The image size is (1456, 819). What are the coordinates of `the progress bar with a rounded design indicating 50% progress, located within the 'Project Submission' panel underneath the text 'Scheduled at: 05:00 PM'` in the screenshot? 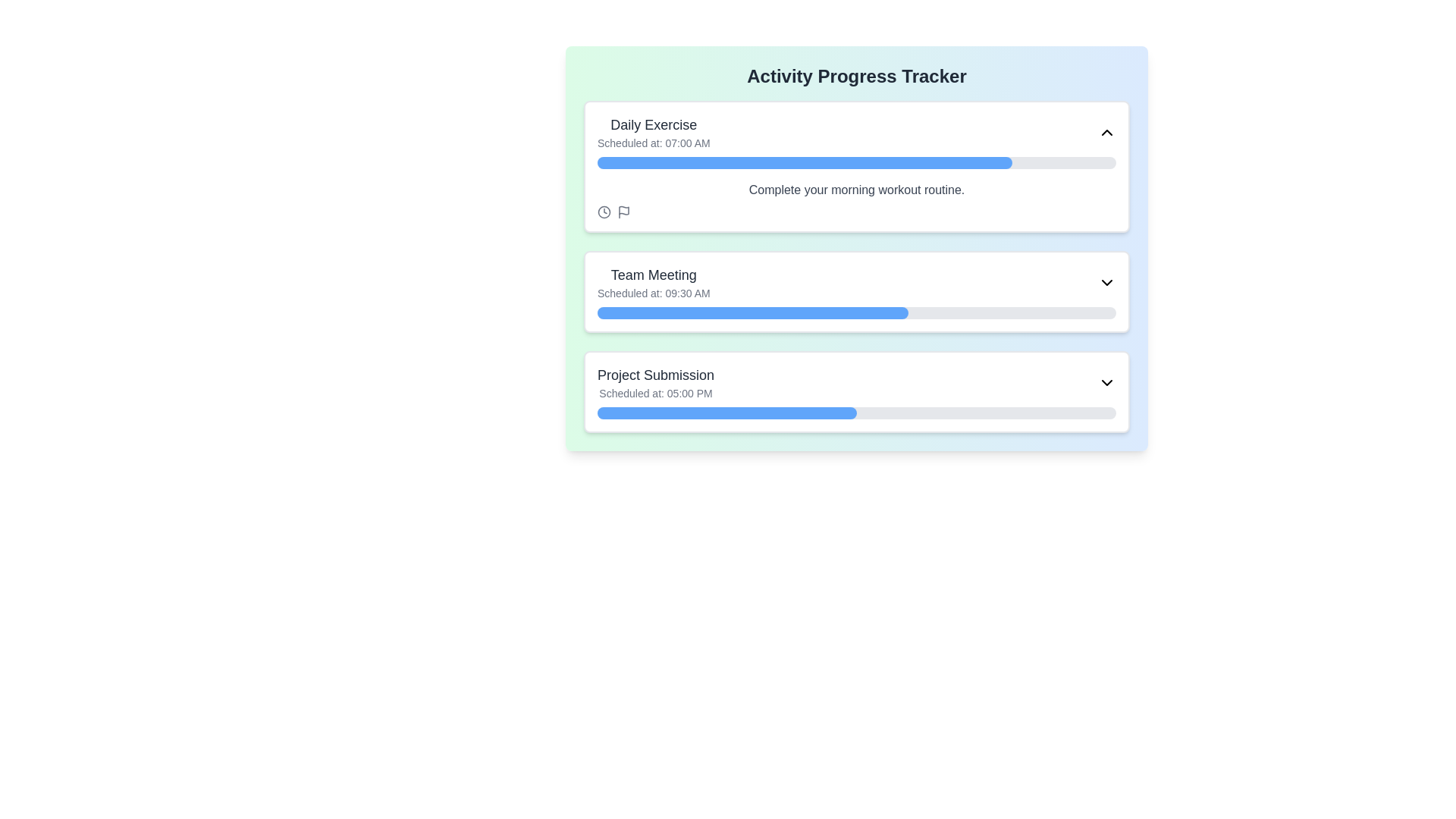 It's located at (856, 413).